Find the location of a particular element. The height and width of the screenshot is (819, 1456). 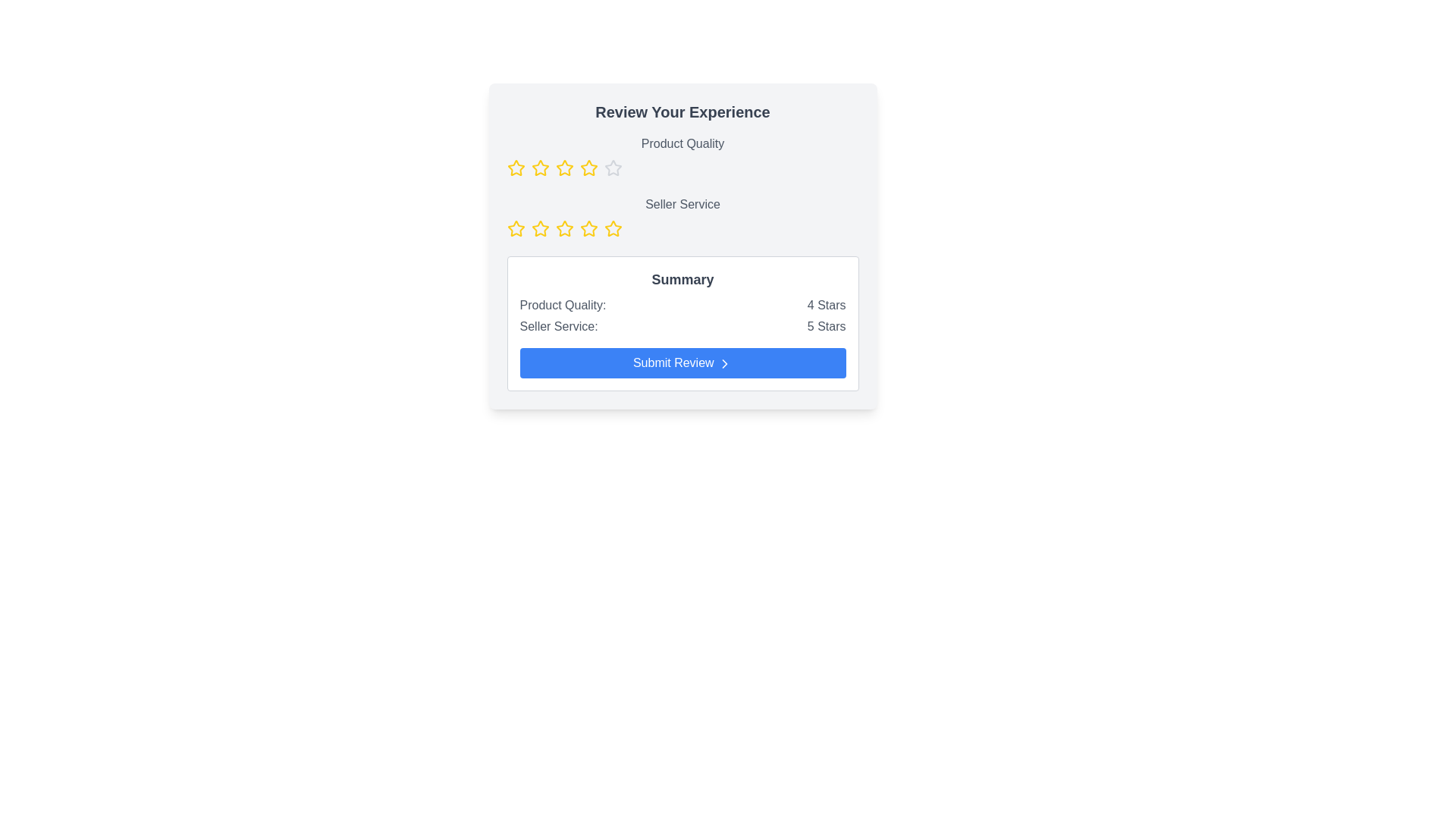

the fourth golden star icon in the second row of the rating system is located at coordinates (588, 228).